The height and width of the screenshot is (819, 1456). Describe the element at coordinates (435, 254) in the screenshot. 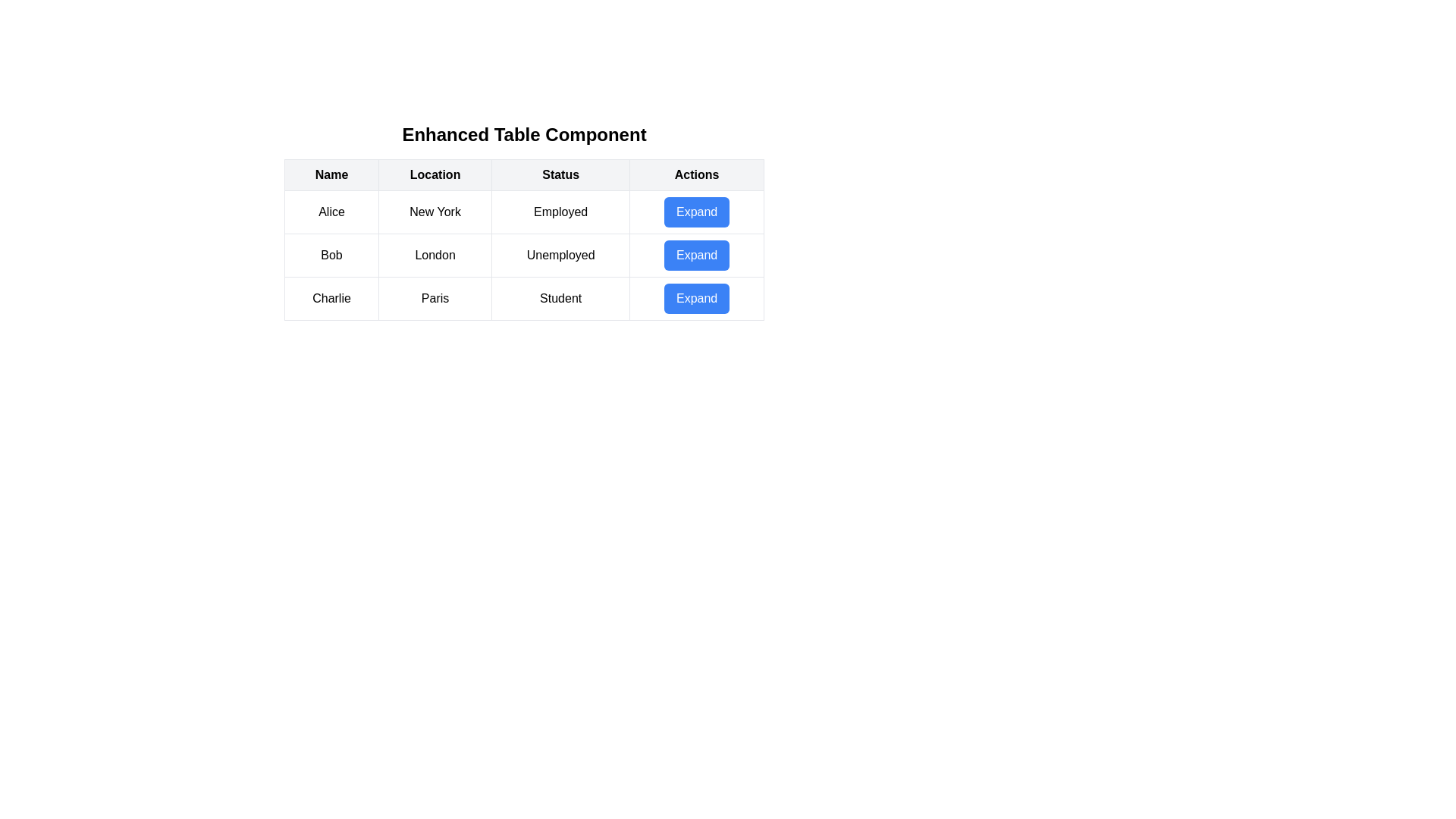

I see `text 'London' from the table cell located in the second column of the second row under the header 'Location'` at that location.